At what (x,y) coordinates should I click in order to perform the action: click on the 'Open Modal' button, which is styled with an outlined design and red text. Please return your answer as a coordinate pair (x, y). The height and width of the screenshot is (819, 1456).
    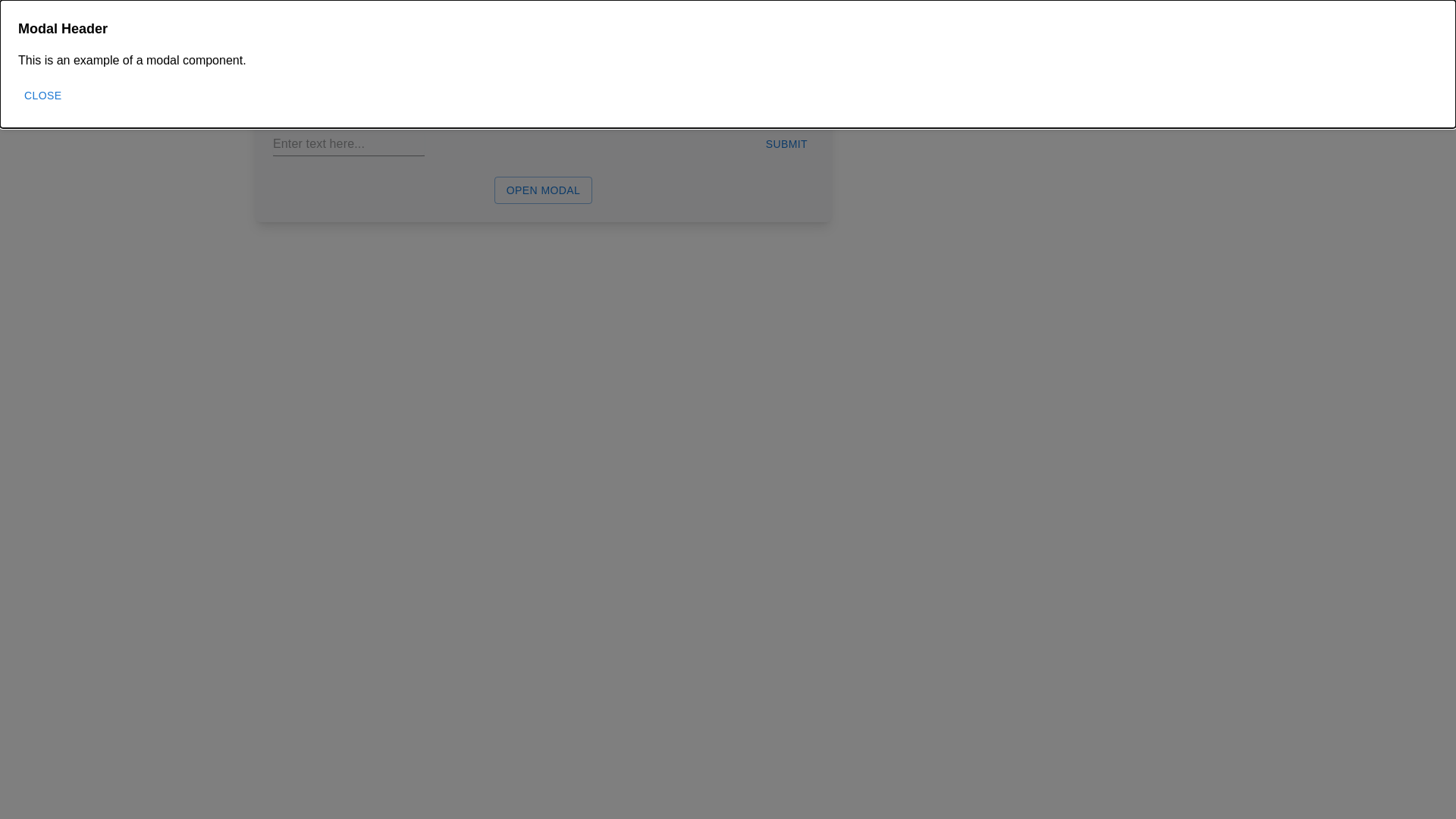
    Looking at the image, I should click on (543, 186).